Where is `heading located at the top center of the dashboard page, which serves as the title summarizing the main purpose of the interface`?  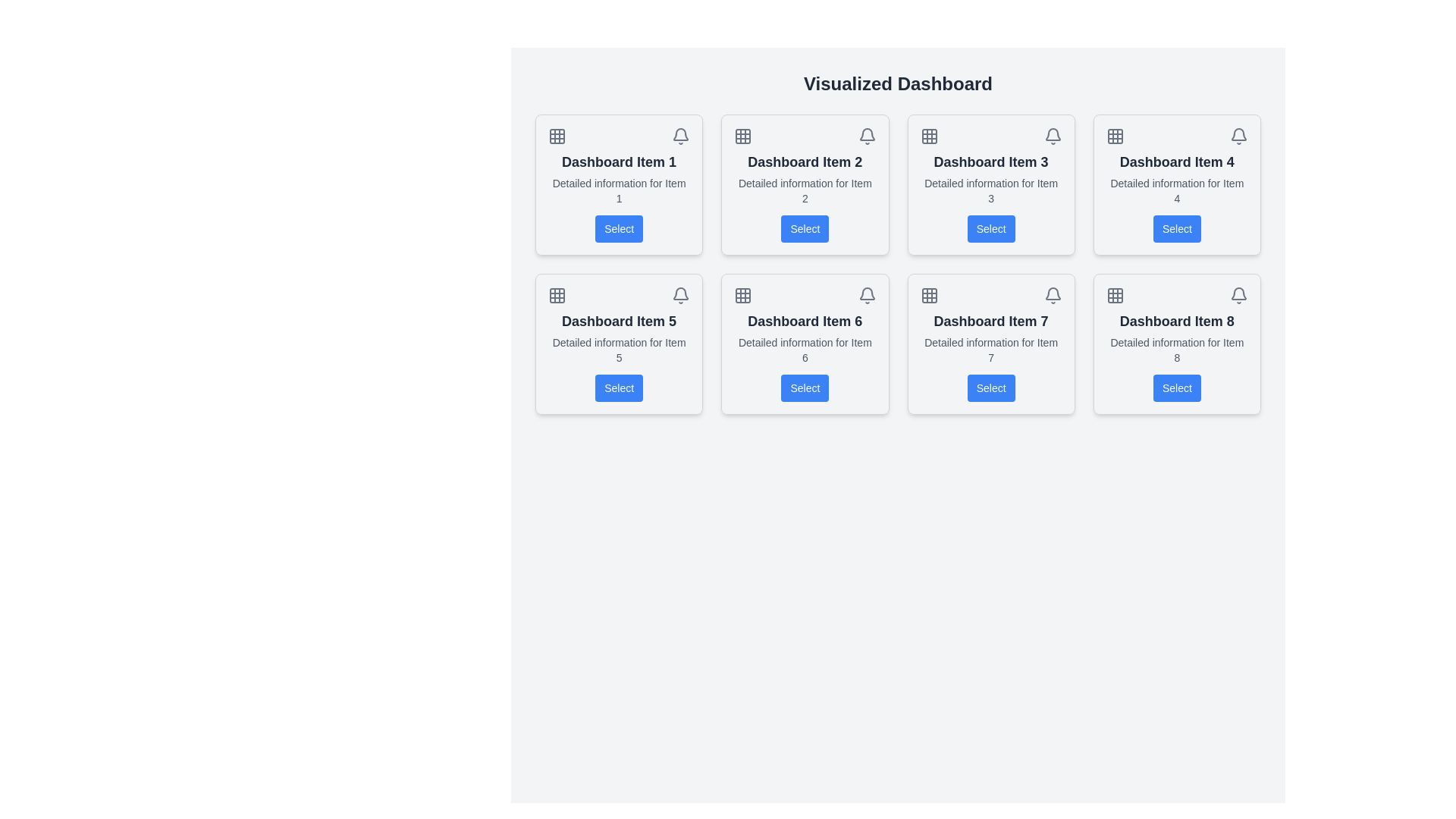
heading located at the top center of the dashboard page, which serves as the title summarizing the main purpose of the interface is located at coordinates (898, 84).